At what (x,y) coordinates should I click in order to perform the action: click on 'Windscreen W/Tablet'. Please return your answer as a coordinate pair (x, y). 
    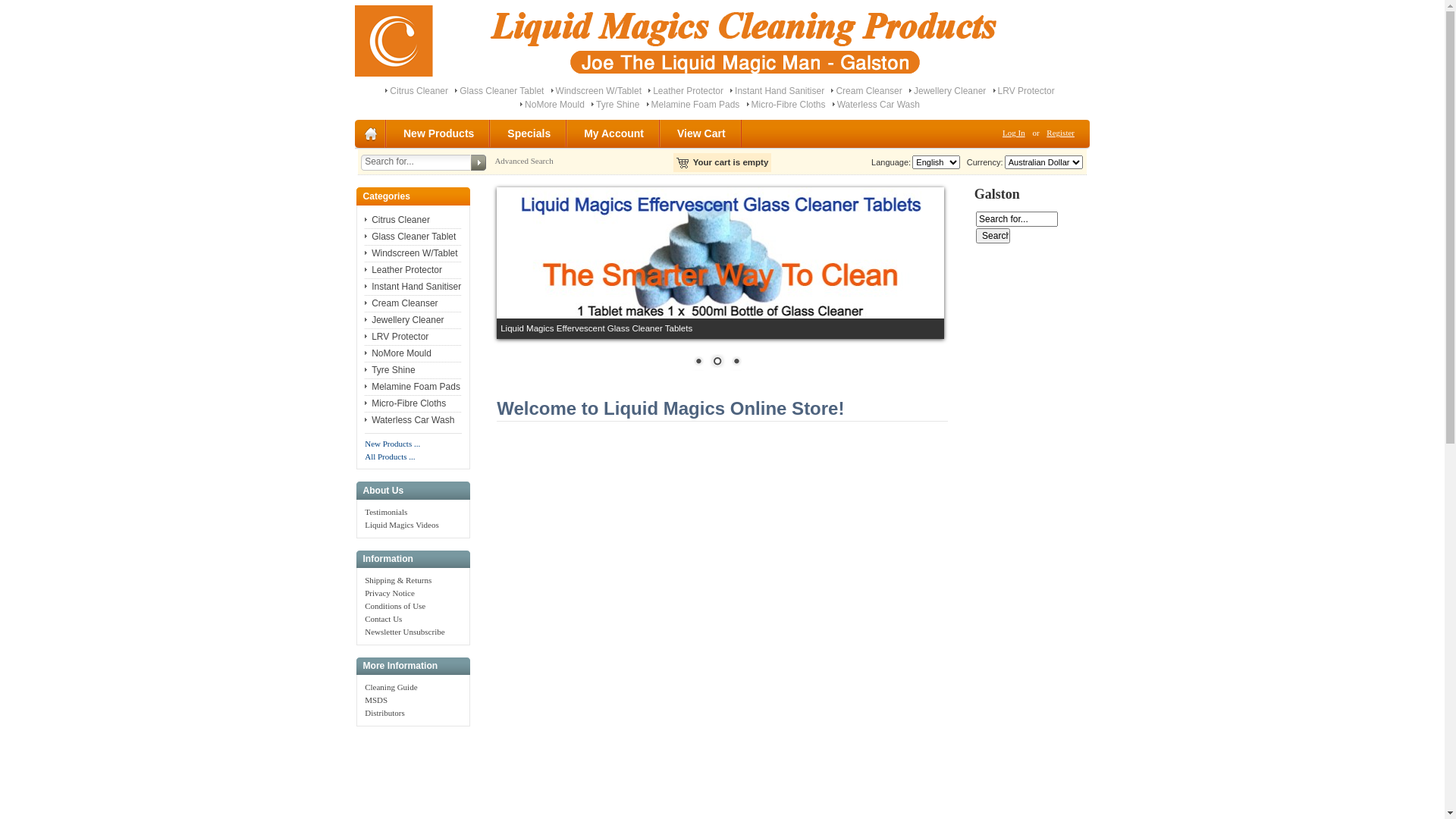
    Looking at the image, I should click on (598, 90).